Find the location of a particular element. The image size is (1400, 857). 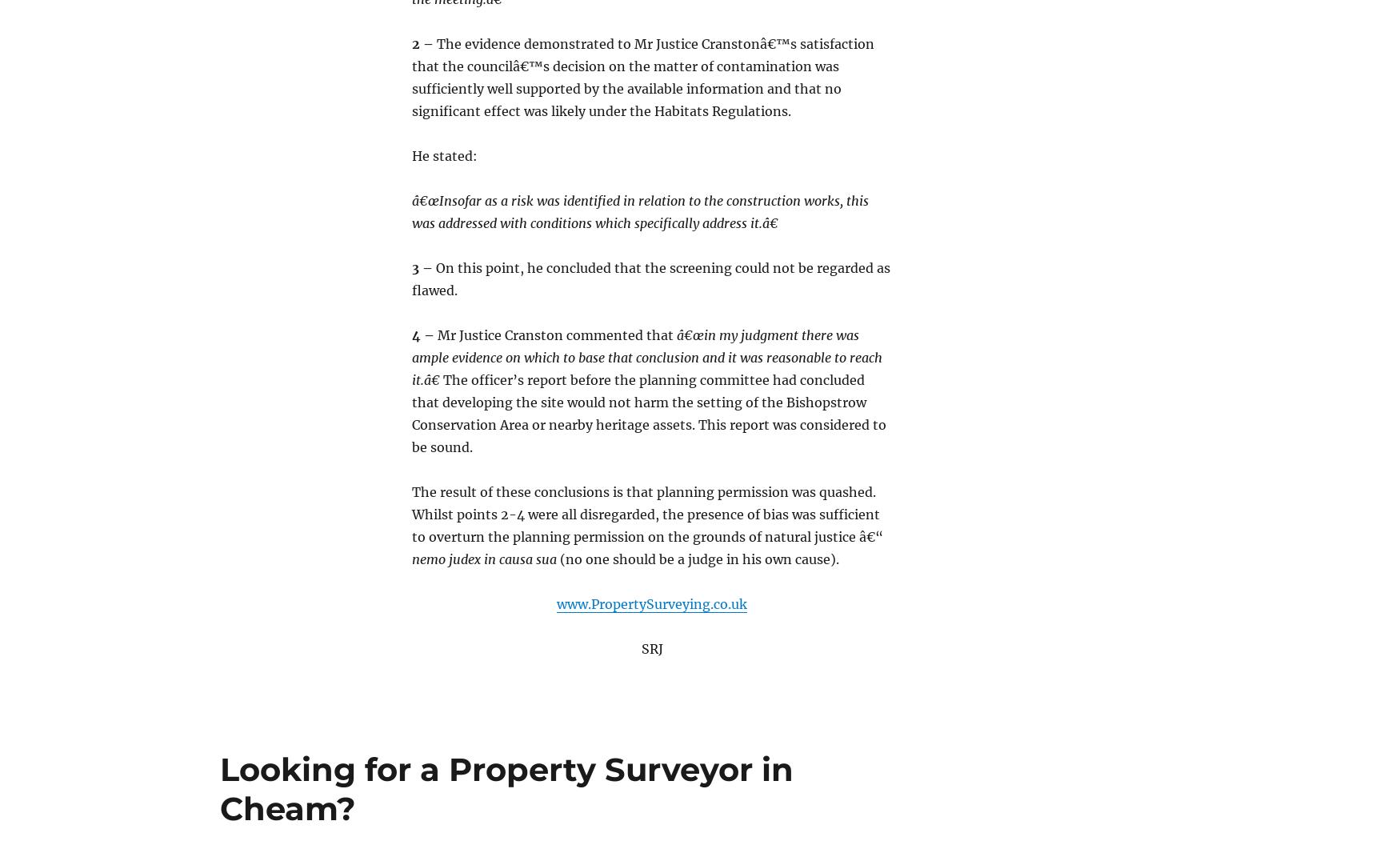

'â€œin my judgment there was ample evidence on which to base that conclusion and it was reasonable to reach it.â€' is located at coordinates (646, 356).